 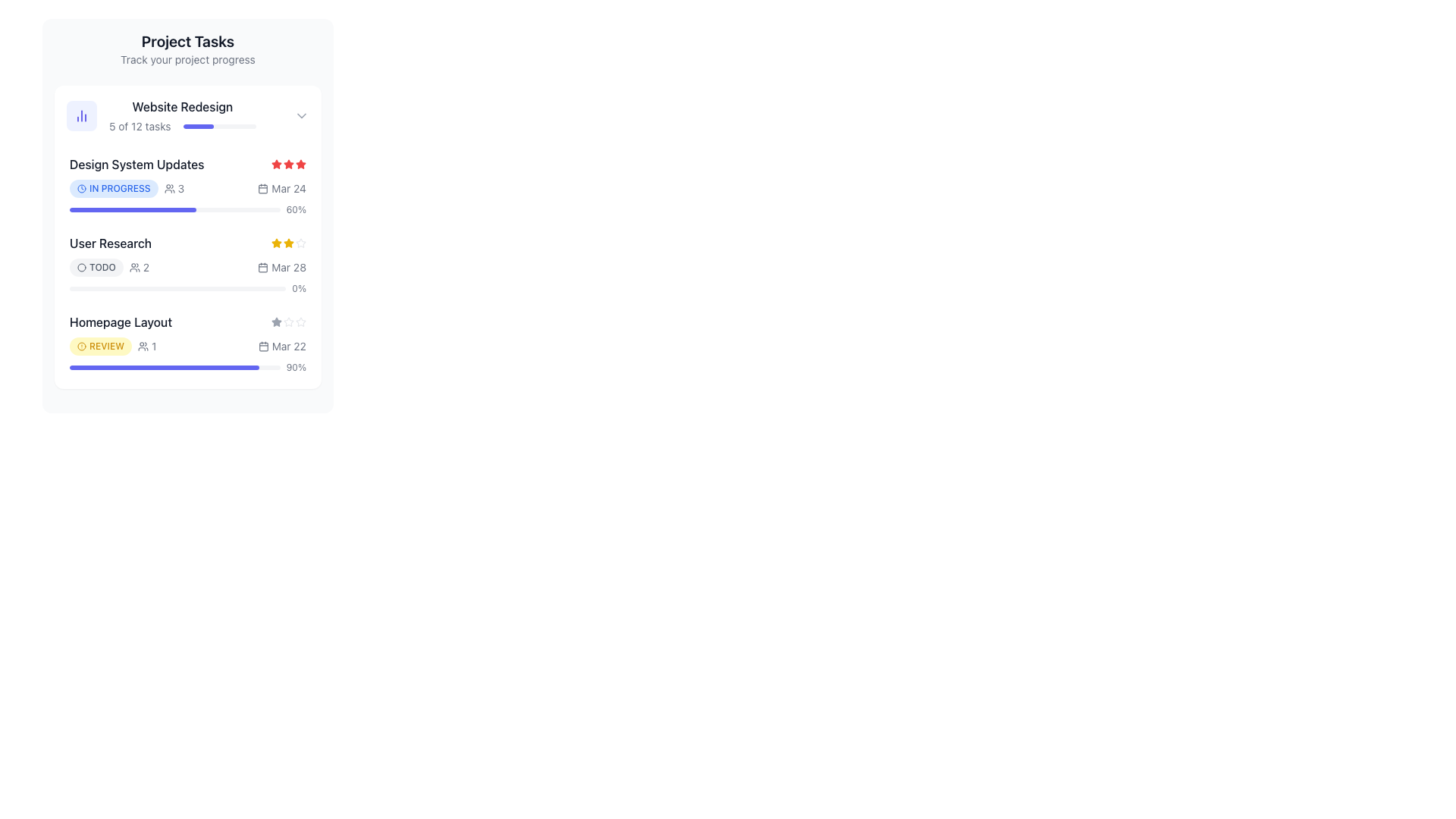 What do you see at coordinates (81, 346) in the screenshot?
I see `the small circular alert icon with a hollow outline and diagonal line, located to the left of the 'REVIEW' label under the 'Homepage Layout' task` at bounding box center [81, 346].